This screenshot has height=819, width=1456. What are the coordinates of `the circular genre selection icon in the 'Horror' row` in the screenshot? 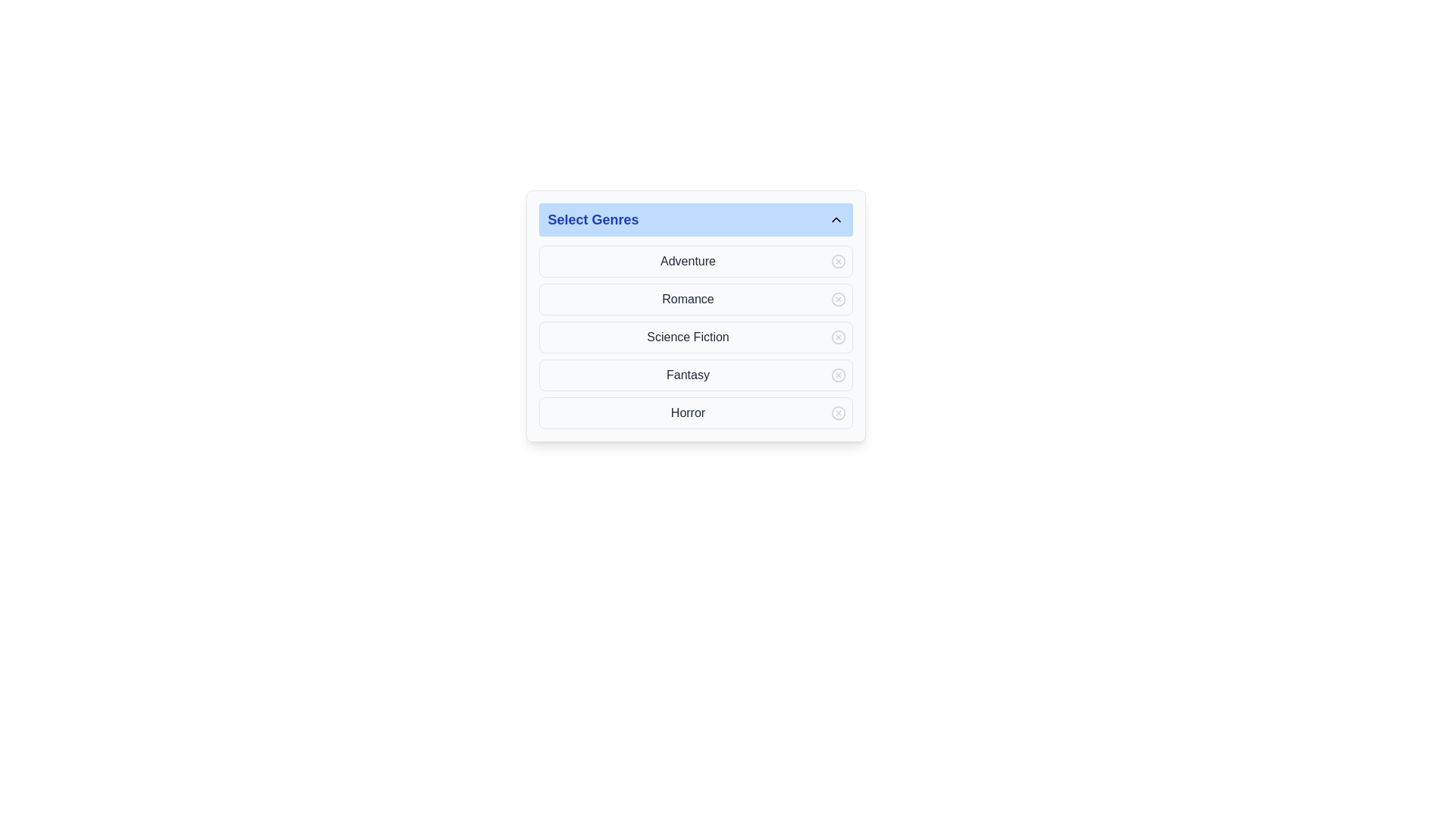 It's located at (837, 413).